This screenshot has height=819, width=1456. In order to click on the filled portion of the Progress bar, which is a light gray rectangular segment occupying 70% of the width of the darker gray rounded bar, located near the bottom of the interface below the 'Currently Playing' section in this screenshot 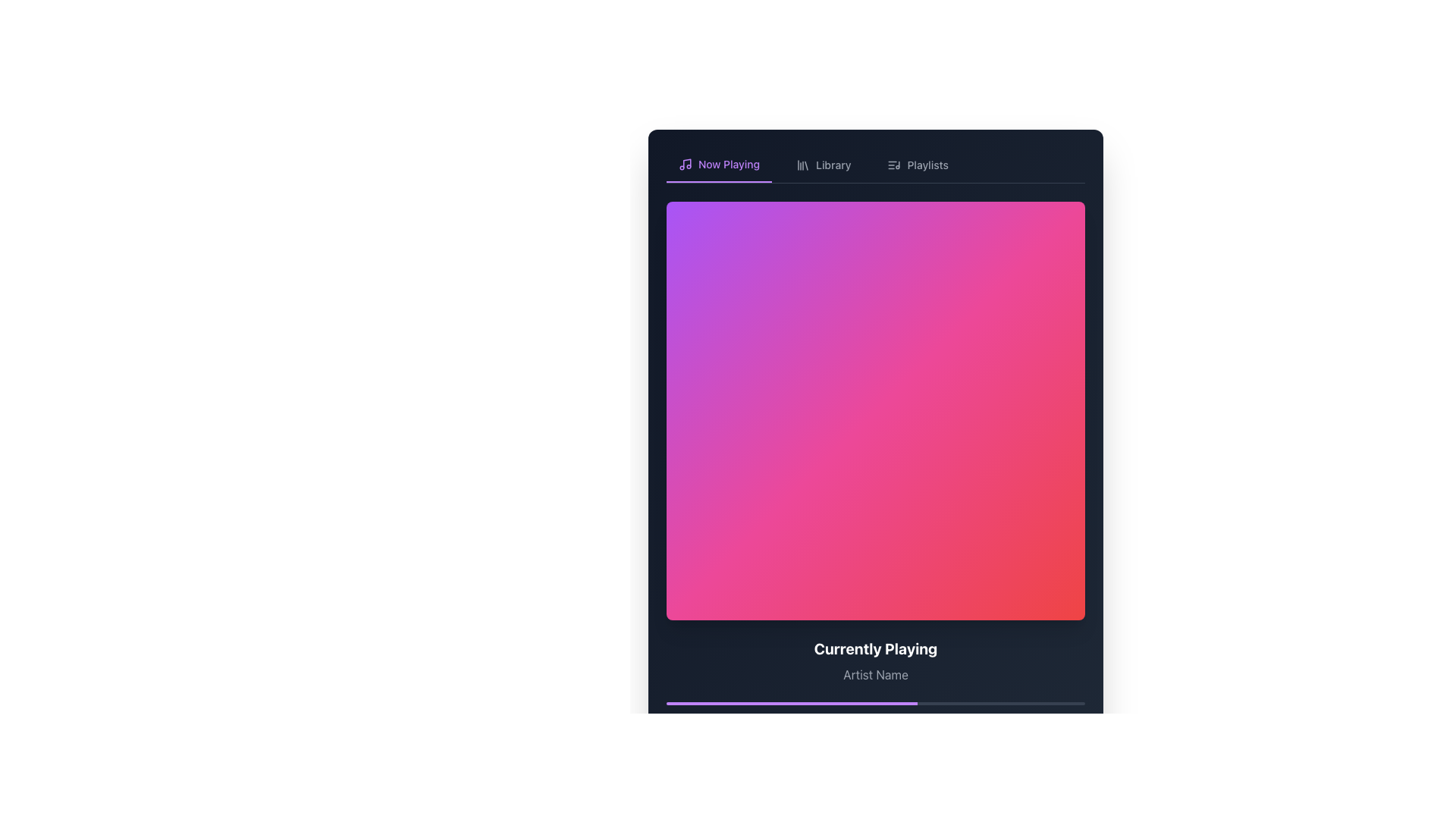, I will do `click(826, 806)`.